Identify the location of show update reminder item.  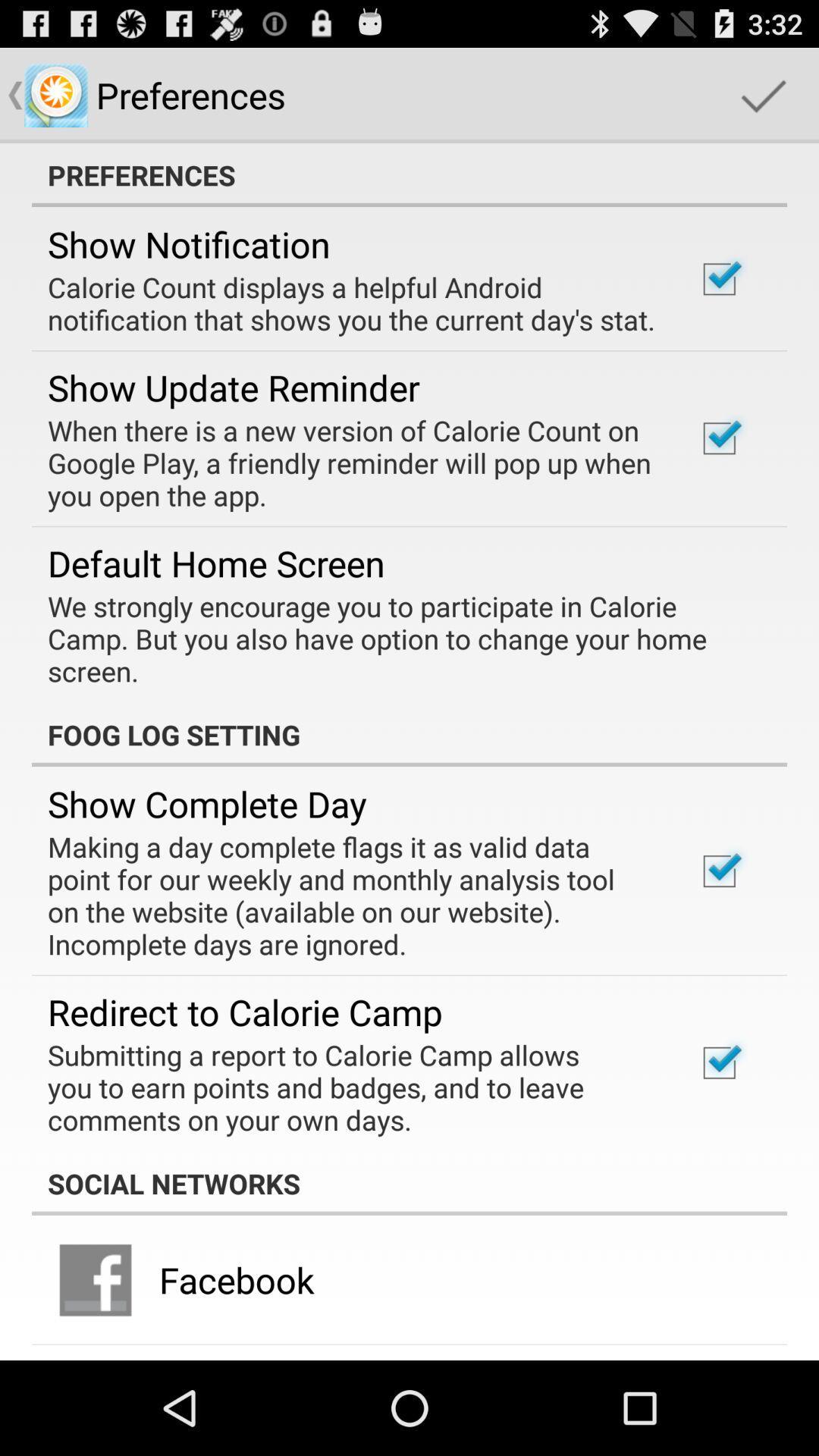
(234, 388).